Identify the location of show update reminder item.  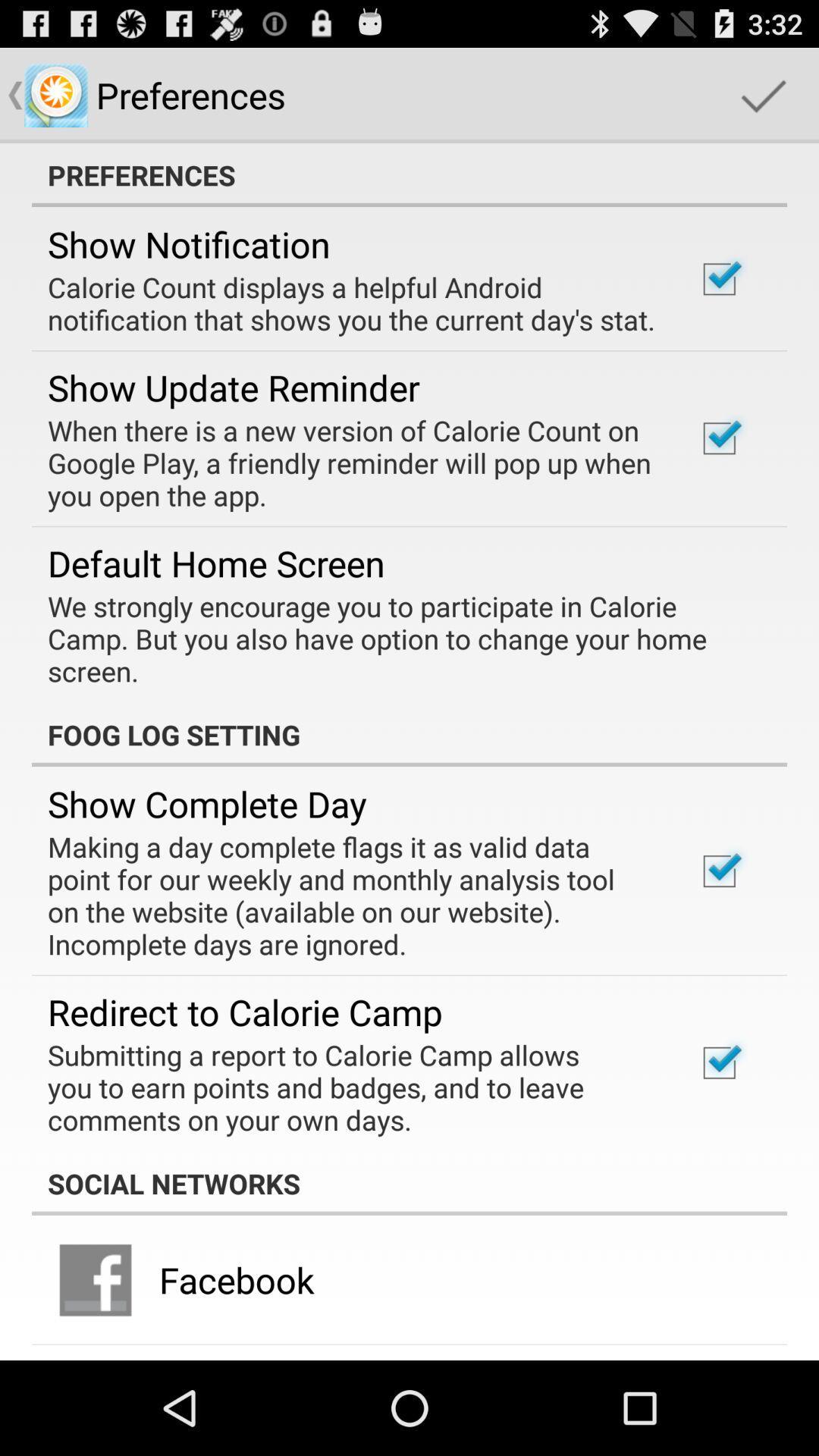
(234, 388).